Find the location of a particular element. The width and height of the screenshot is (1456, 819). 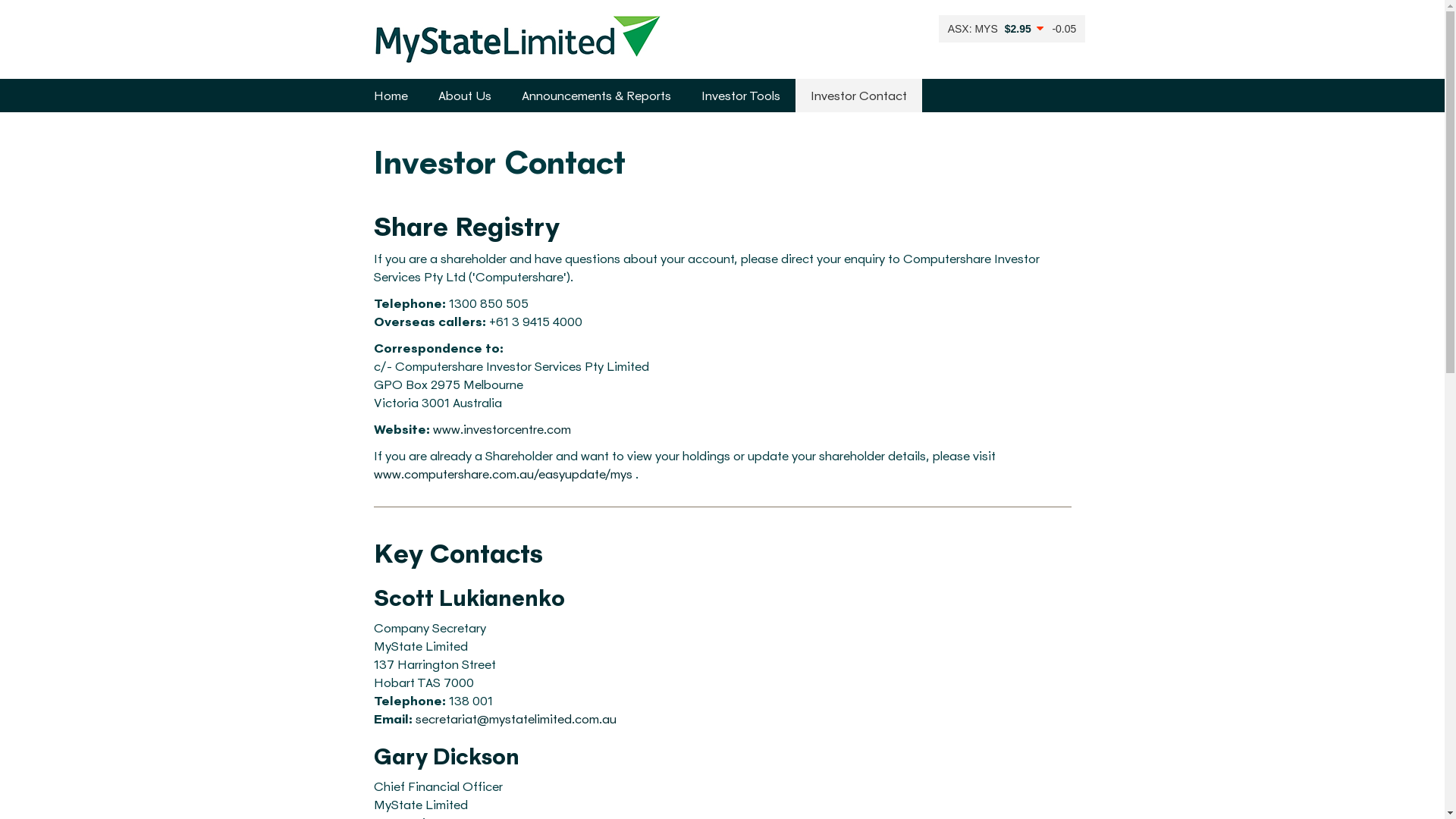

'www.computershare.com.au/easyupdate/mys is located at coordinates (502, 472).